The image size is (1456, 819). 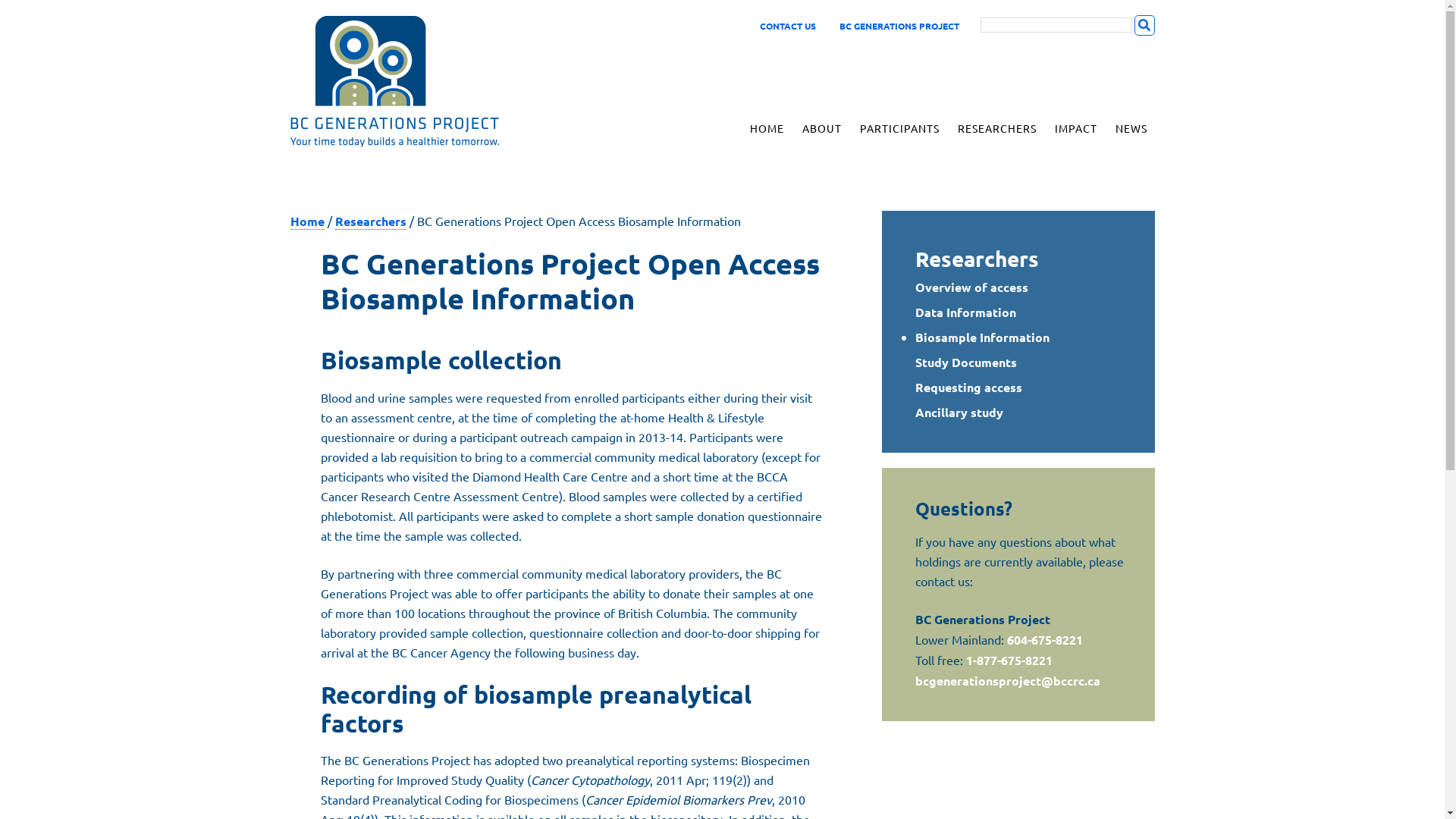 What do you see at coordinates (977, 257) in the screenshot?
I see `'Researchers'` at bounding box center [977, 257].